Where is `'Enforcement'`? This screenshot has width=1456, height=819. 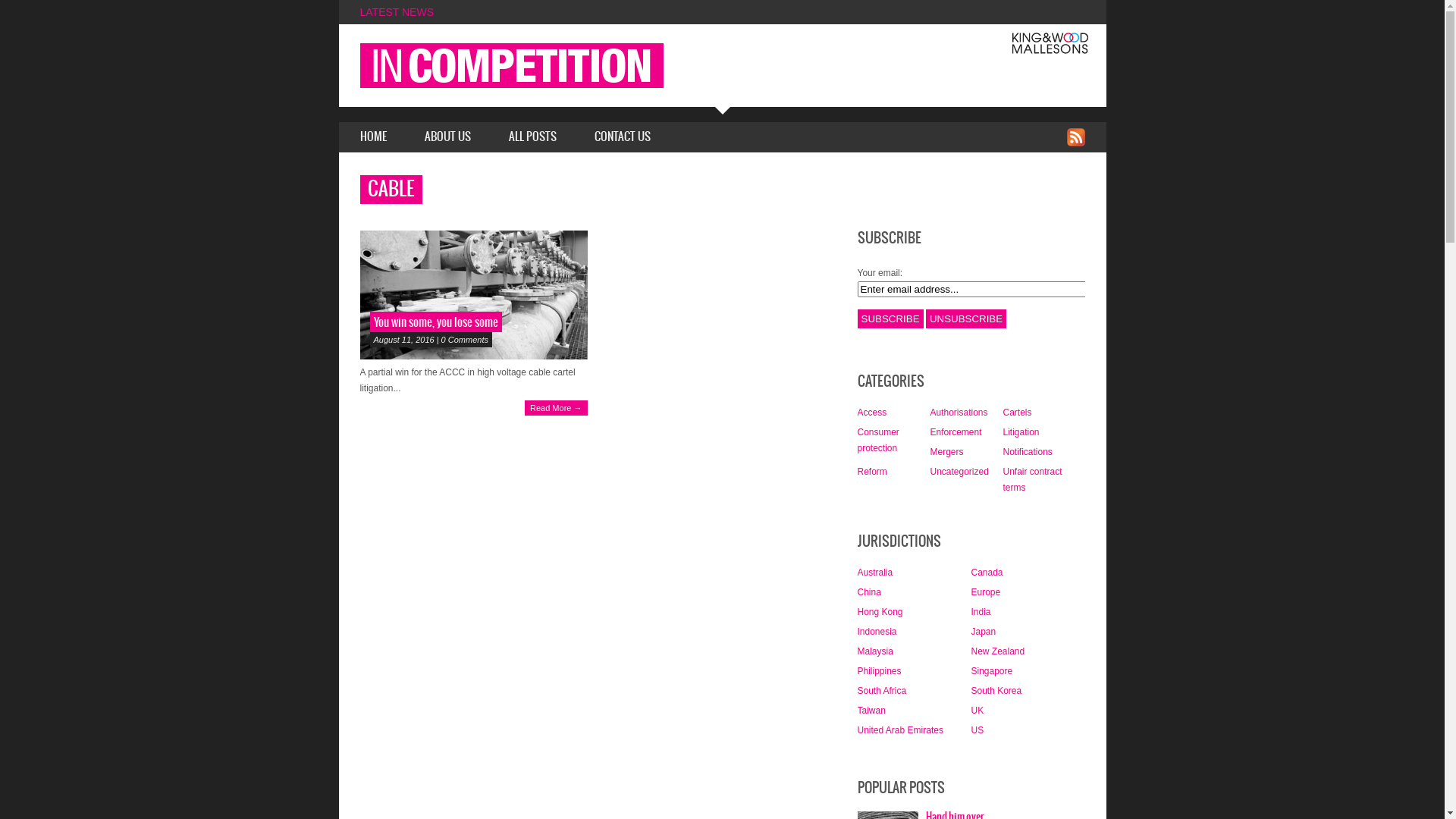
'Enforcement' is located at coordinates (954, 432).